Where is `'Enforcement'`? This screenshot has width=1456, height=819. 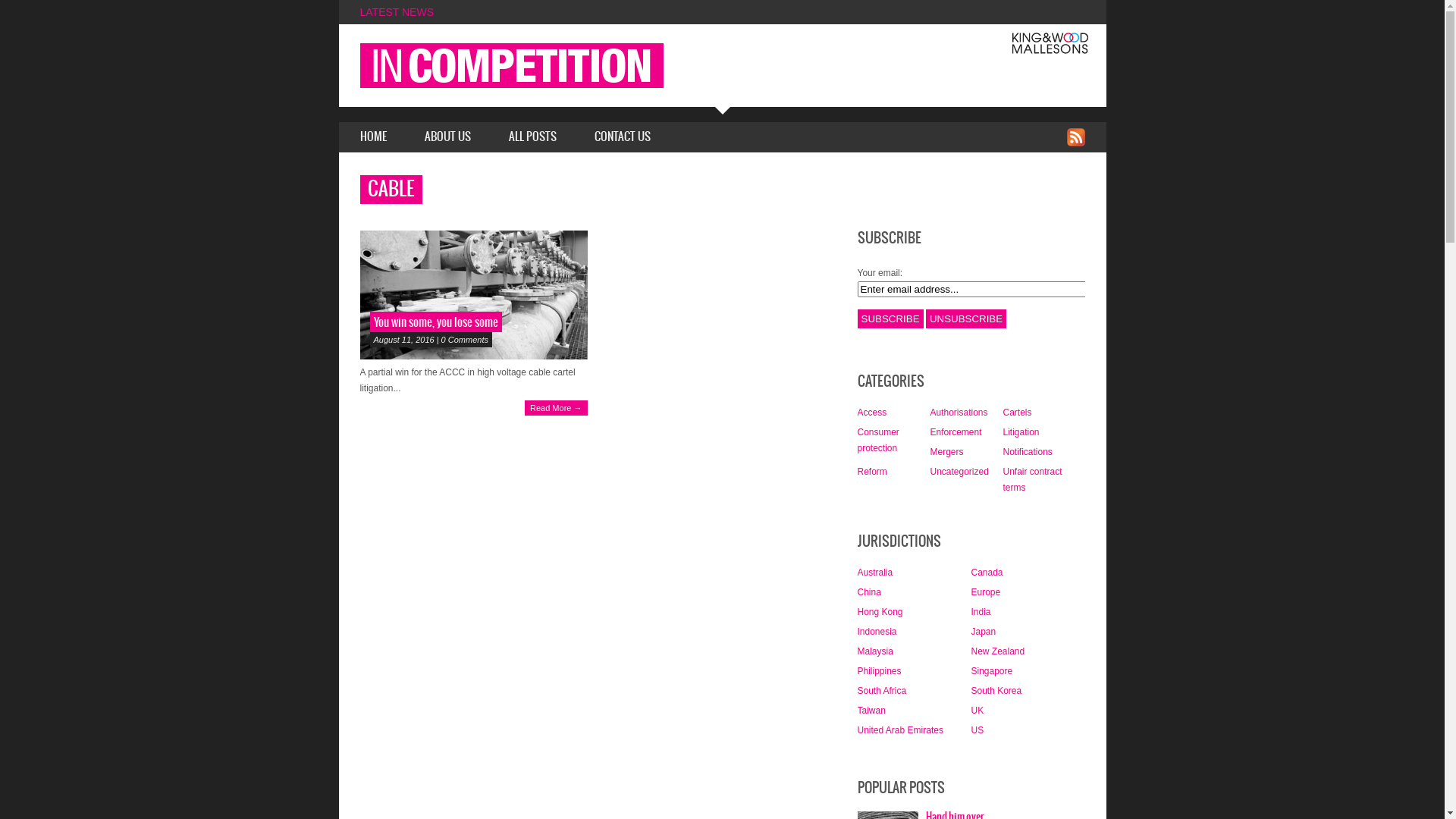
'Enforcement' is located at coordinates (954, 432).